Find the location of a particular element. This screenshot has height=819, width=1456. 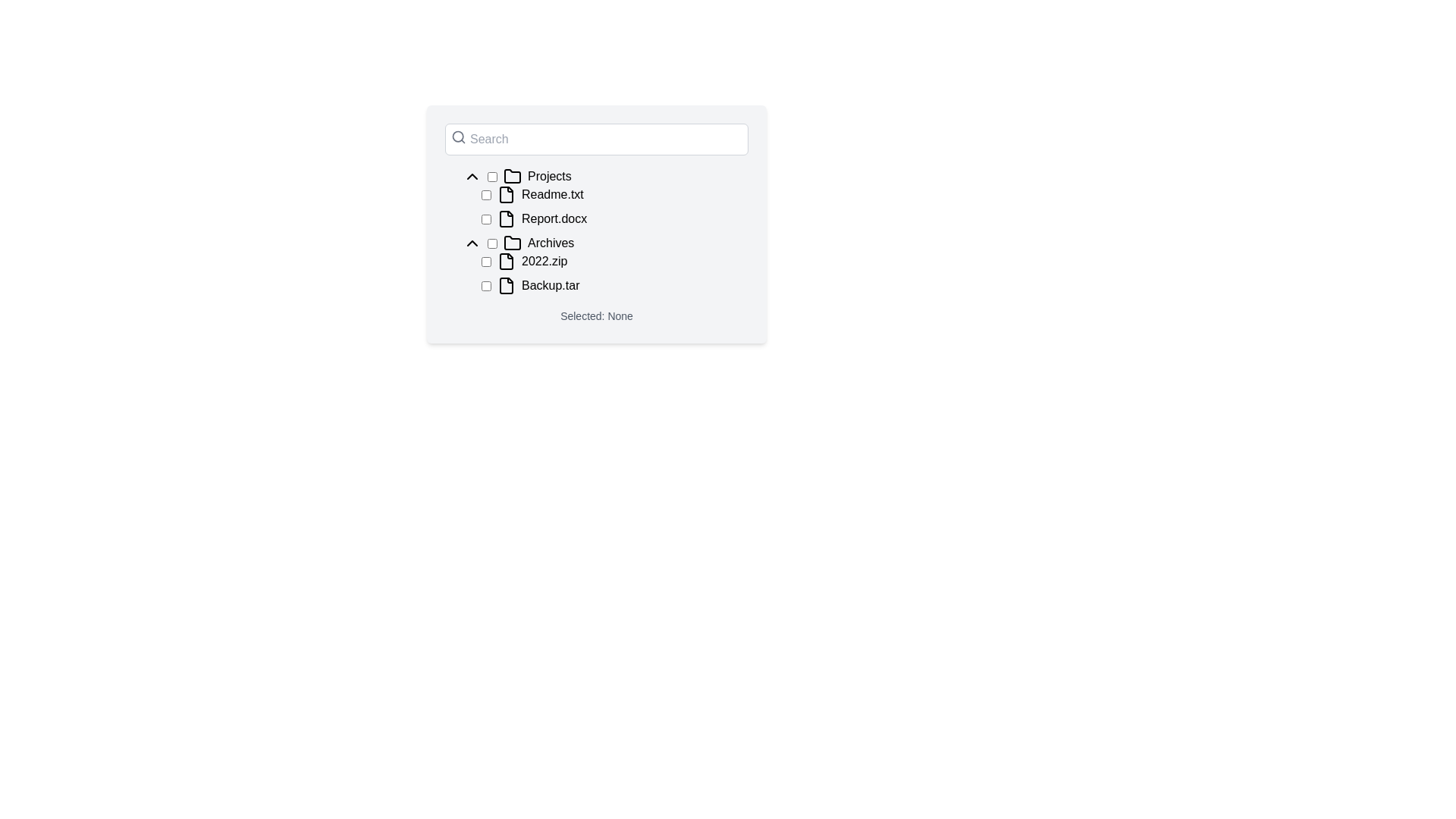

the checkbox for 'Backup.tar' in the 'Archives' folder list using tab key navigation is located at coordinates (486, 286).